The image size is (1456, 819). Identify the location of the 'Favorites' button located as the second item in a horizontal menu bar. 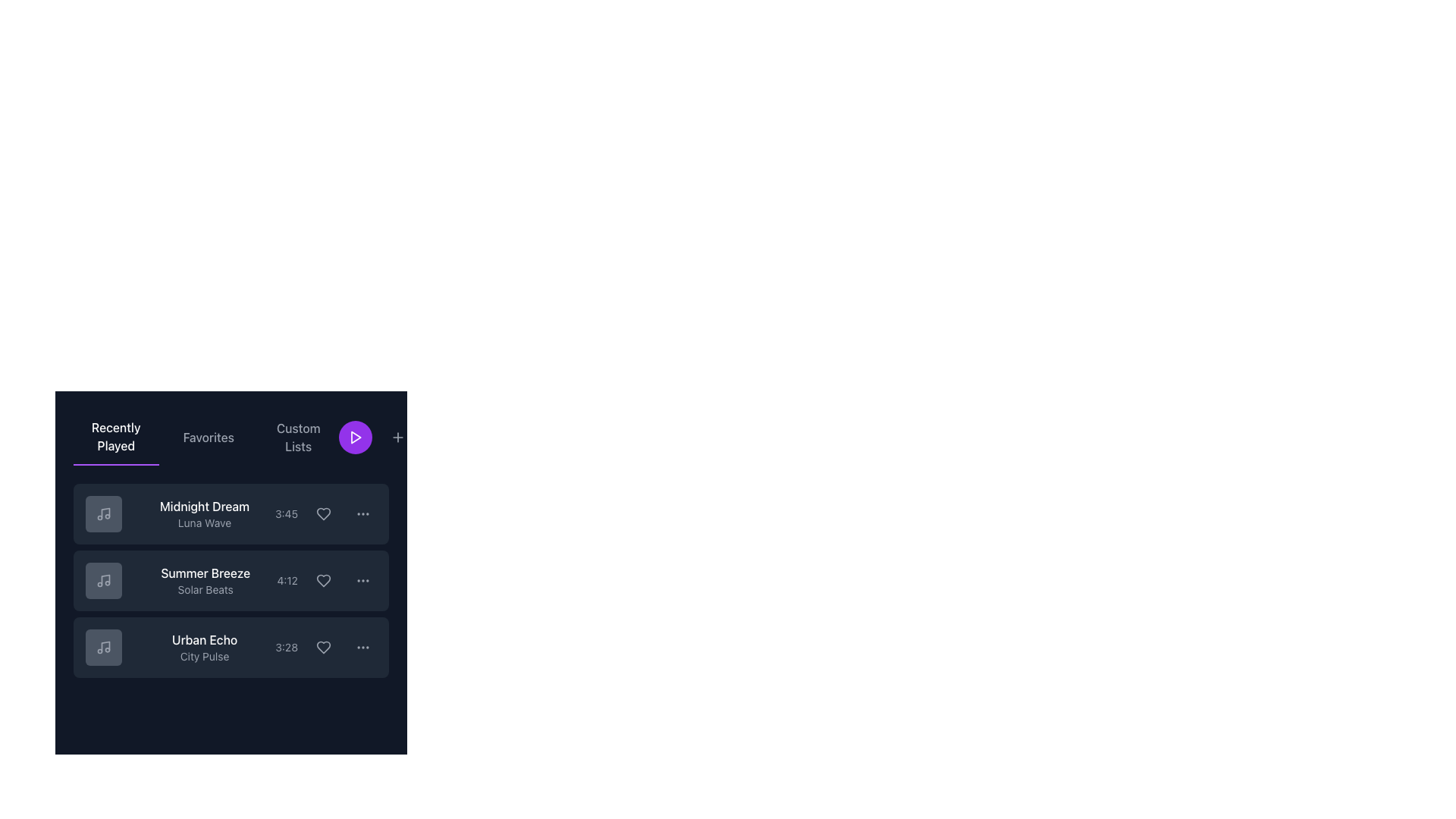
(208, 438).